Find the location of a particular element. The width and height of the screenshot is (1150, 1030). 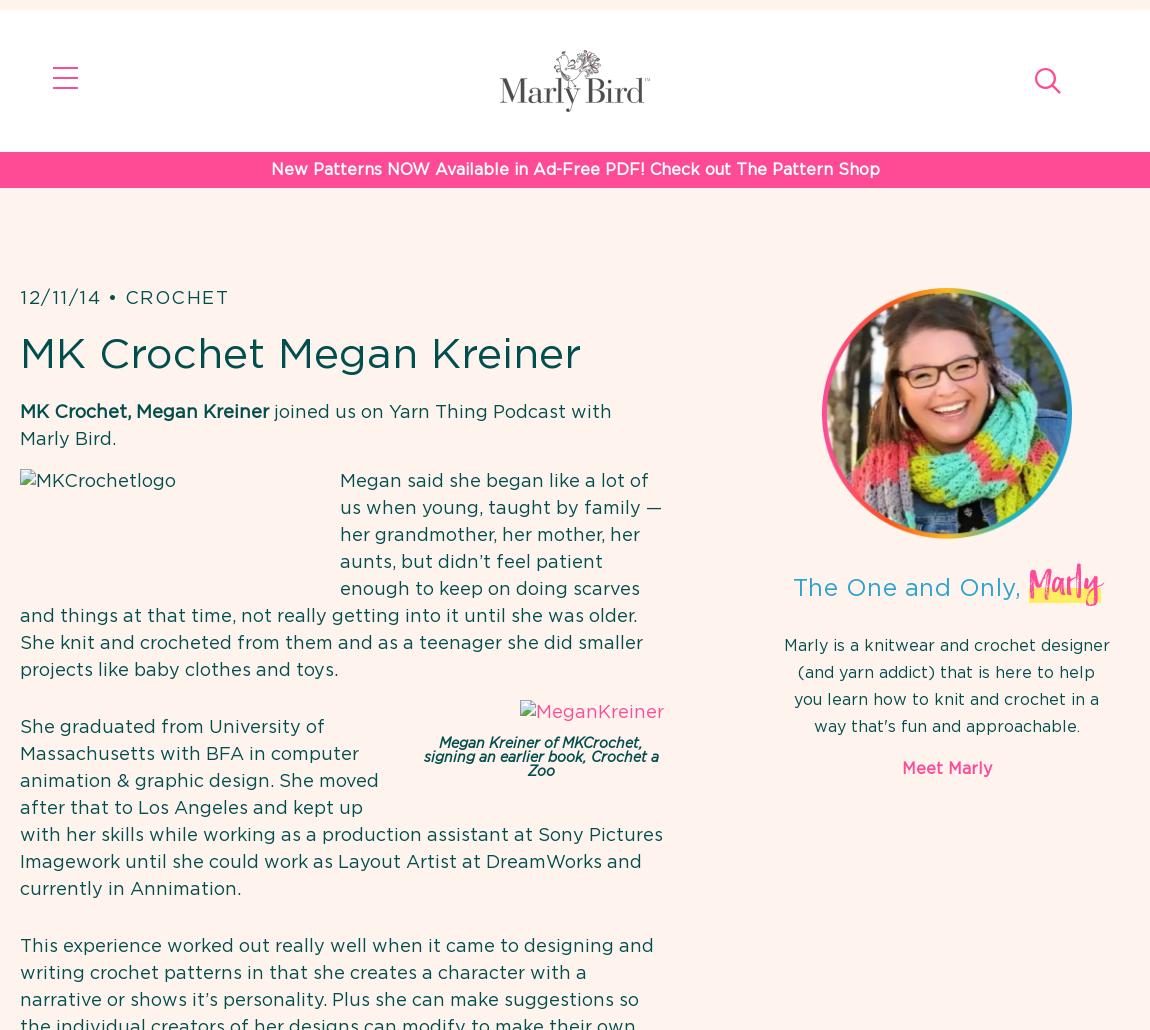

'Crochet' is located at coordinates (175, 298).